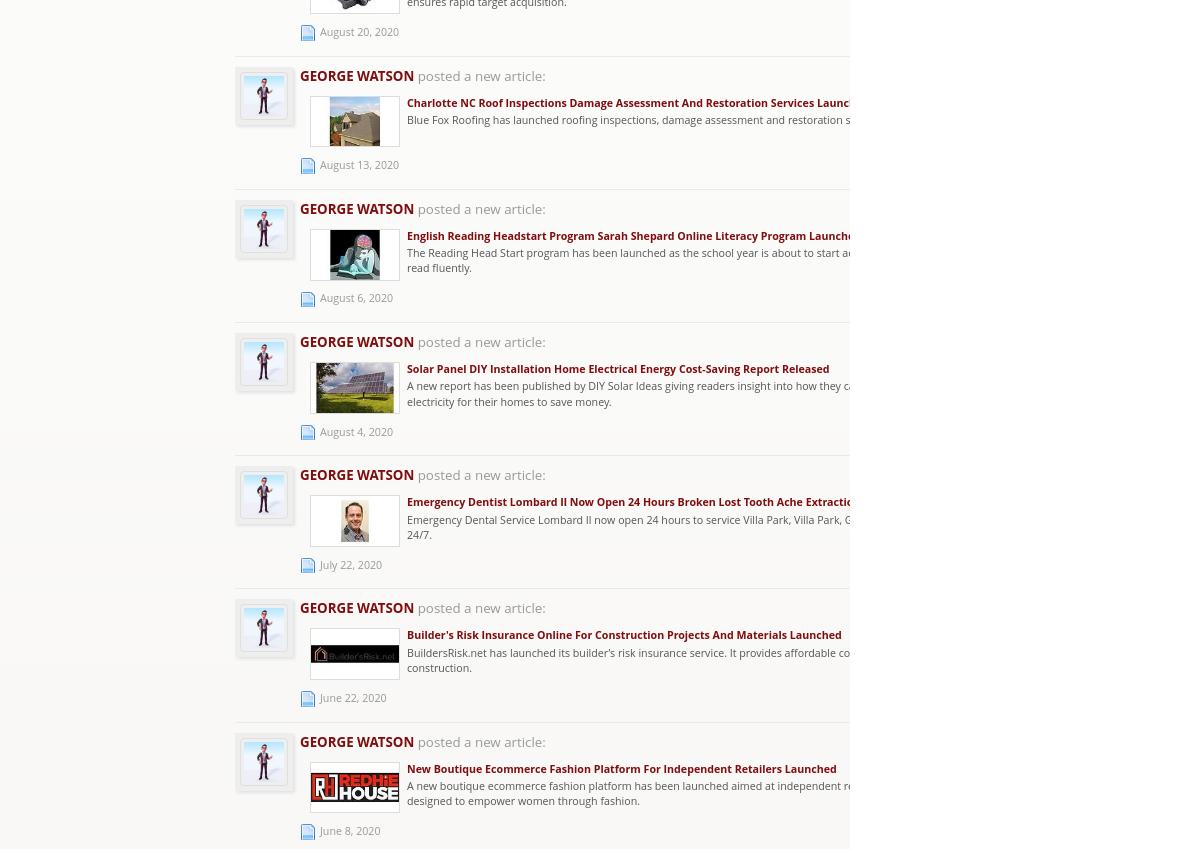 This screenshot has width=1200, height=849. What do you see at coordinates (770, 392) in the screenshot?
I see `'A new report has been published by DIY Solar Ideas giving readers insight into how they can build environmentally friendly solar panels to generate electricity for their homes to save money.'` at bounding box center [770, 392].